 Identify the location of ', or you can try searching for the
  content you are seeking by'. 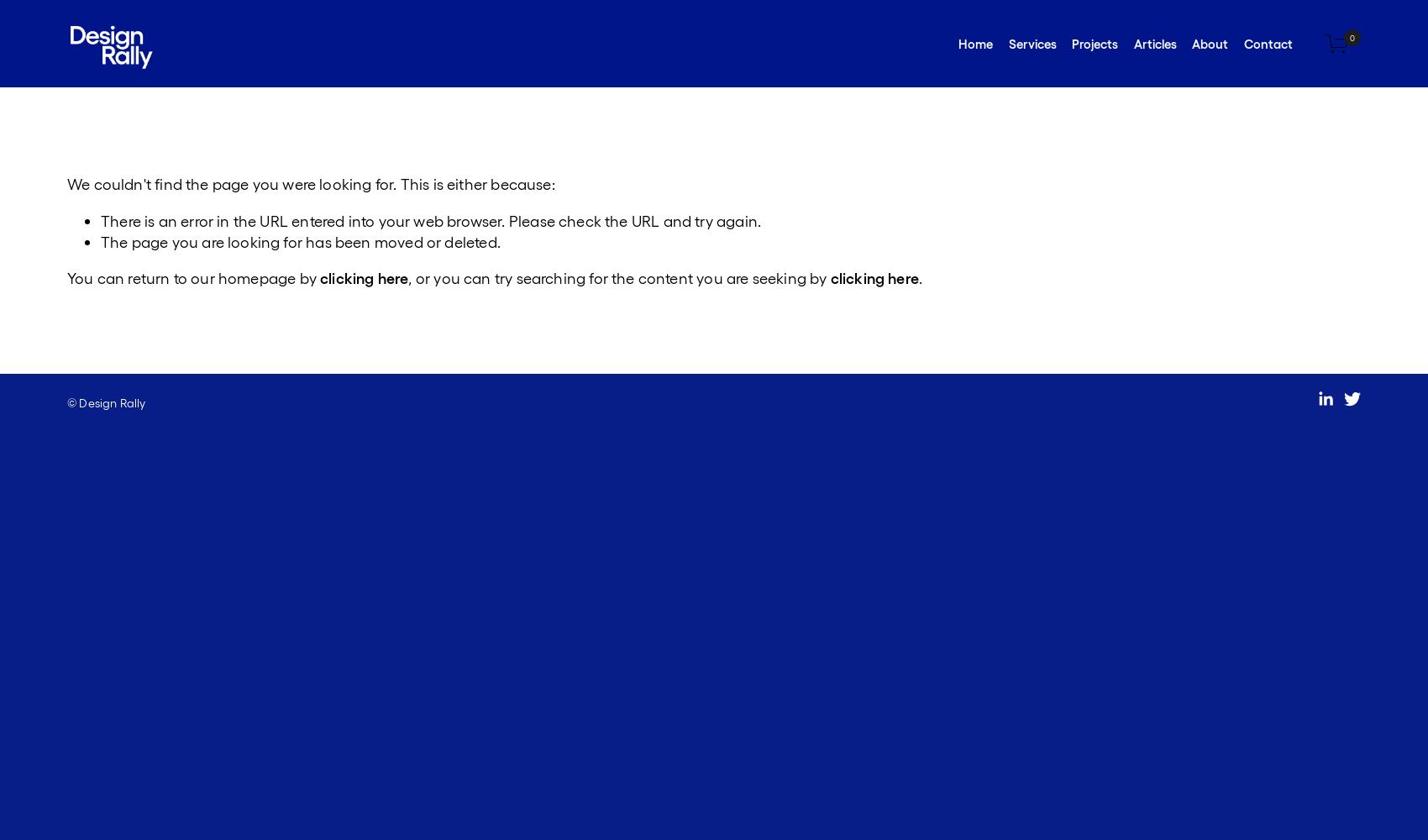
(618, 276).